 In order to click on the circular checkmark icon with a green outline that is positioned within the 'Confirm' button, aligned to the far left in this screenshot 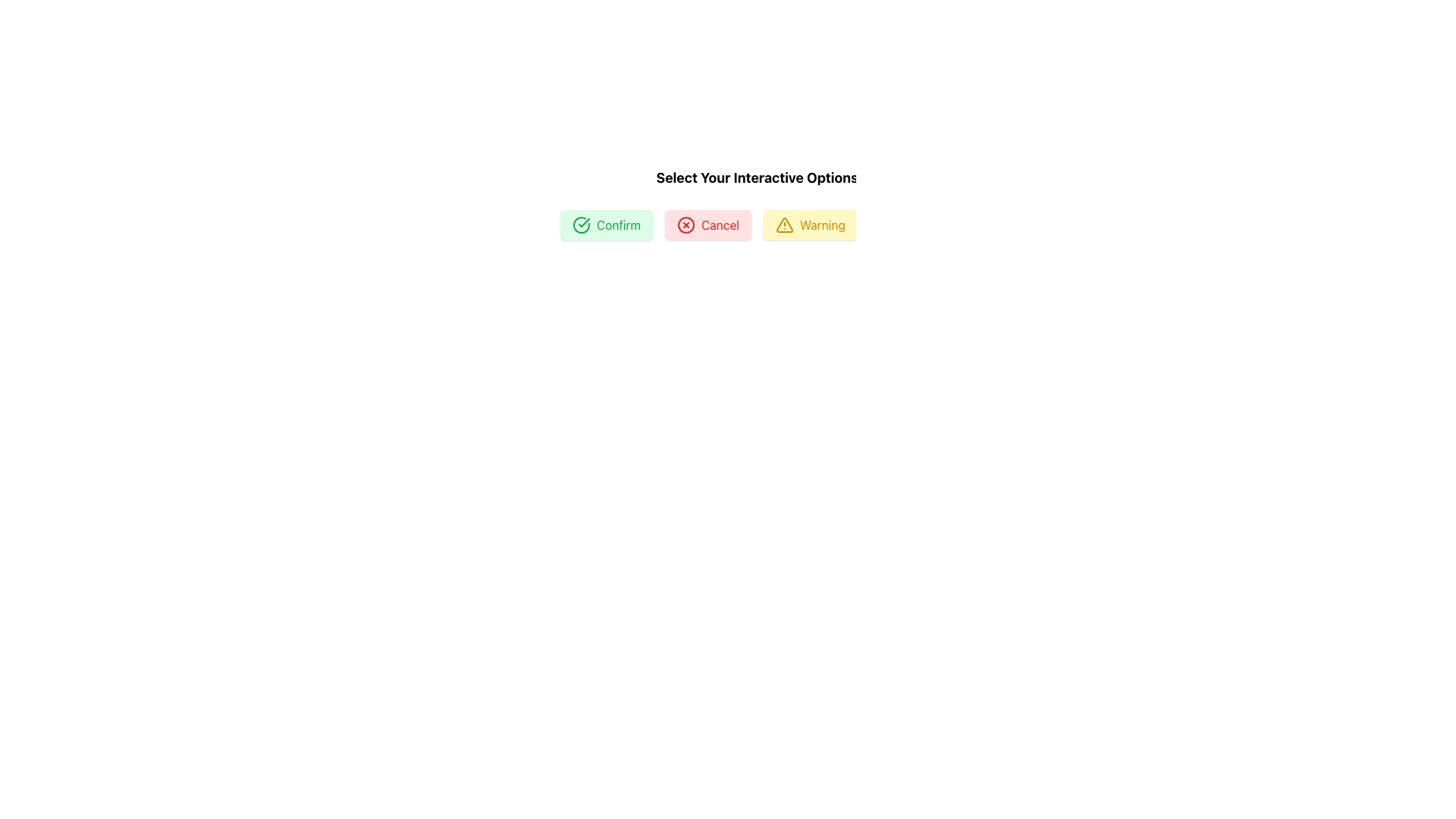, I will do `click(581, 225)`.